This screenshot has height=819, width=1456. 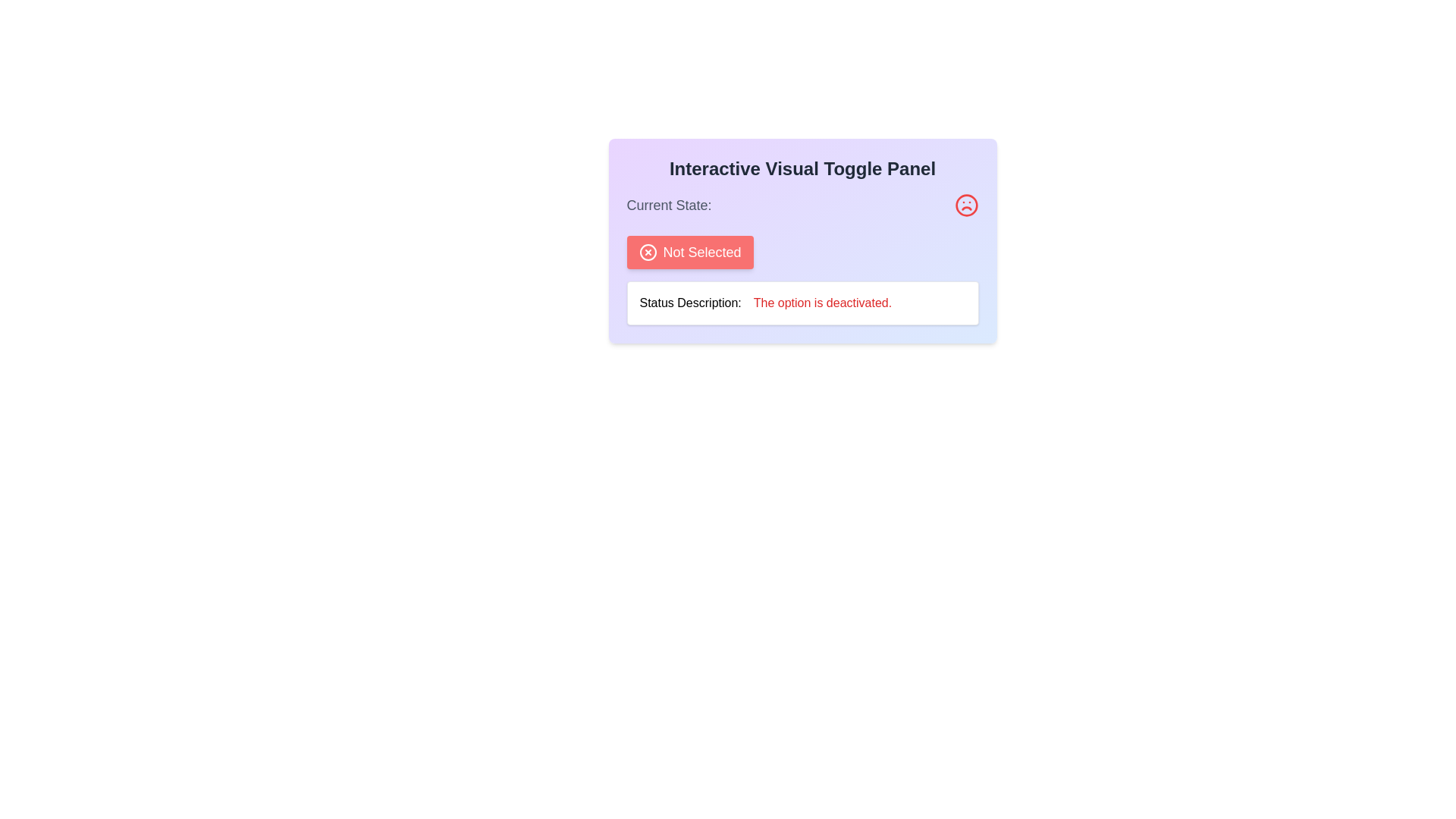 What do you see at coordinates (802, 169) in the screenshot?
I see `header text 'Interactive Visual Toggle Panel' located at the top of the gradient background card, which is bold and large-sized in gray color` at bounding box center [802, 169].